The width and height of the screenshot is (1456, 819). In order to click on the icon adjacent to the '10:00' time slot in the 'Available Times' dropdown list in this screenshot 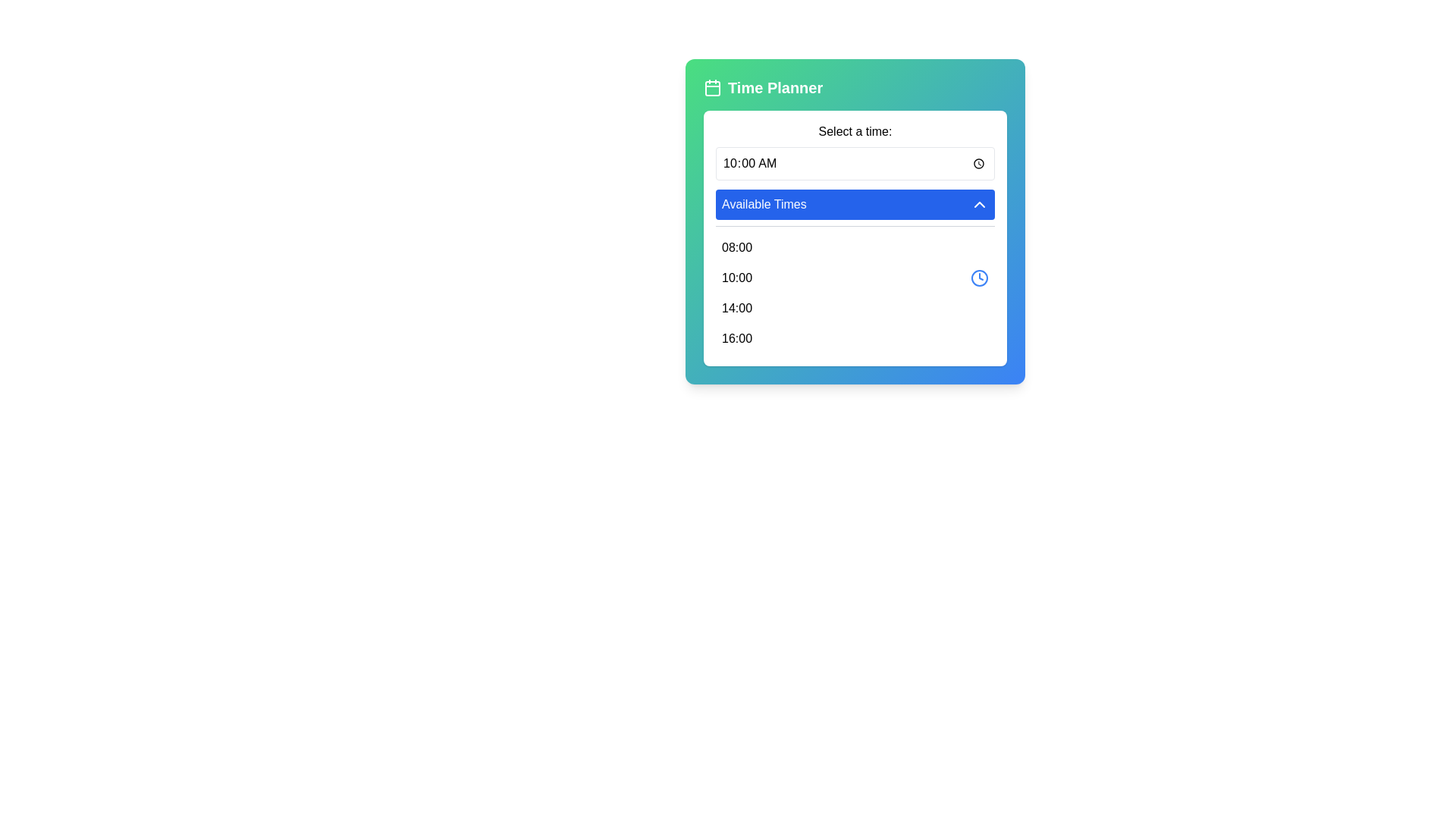, I will do `click(979, 278)`.